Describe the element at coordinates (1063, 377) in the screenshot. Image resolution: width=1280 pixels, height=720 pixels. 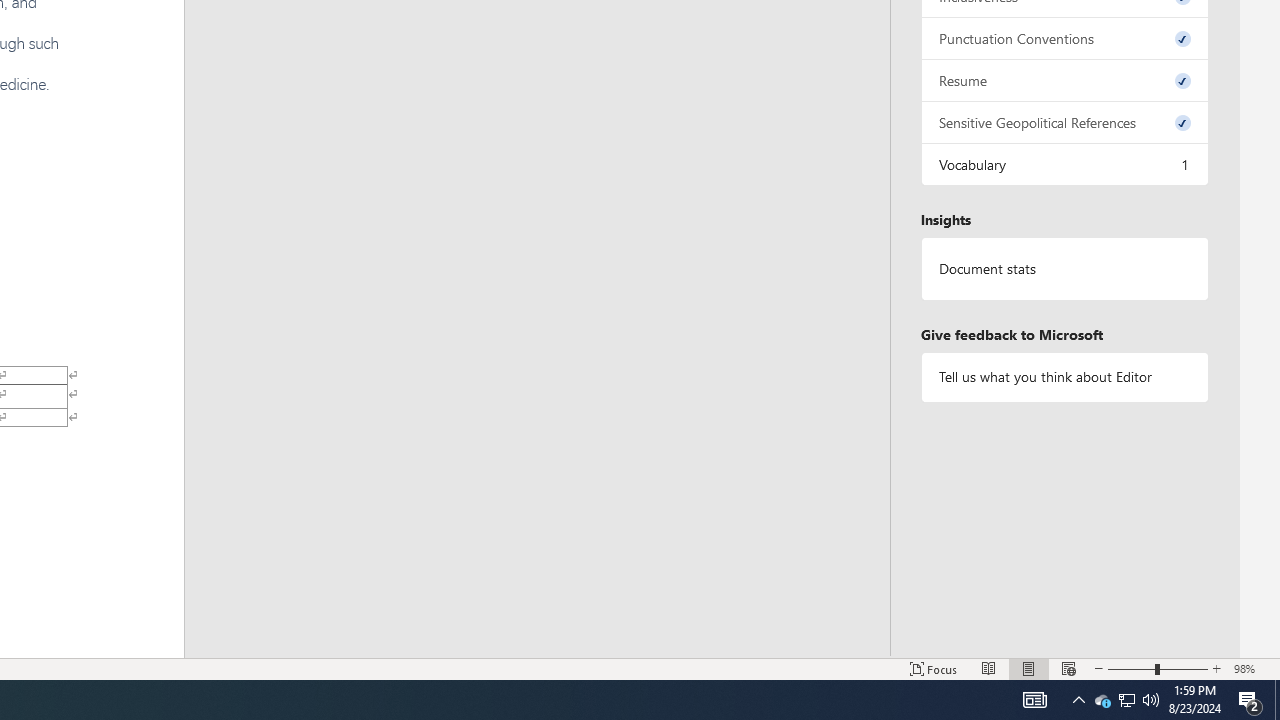
I see `'Tell us what you think about Editor'` at that location.